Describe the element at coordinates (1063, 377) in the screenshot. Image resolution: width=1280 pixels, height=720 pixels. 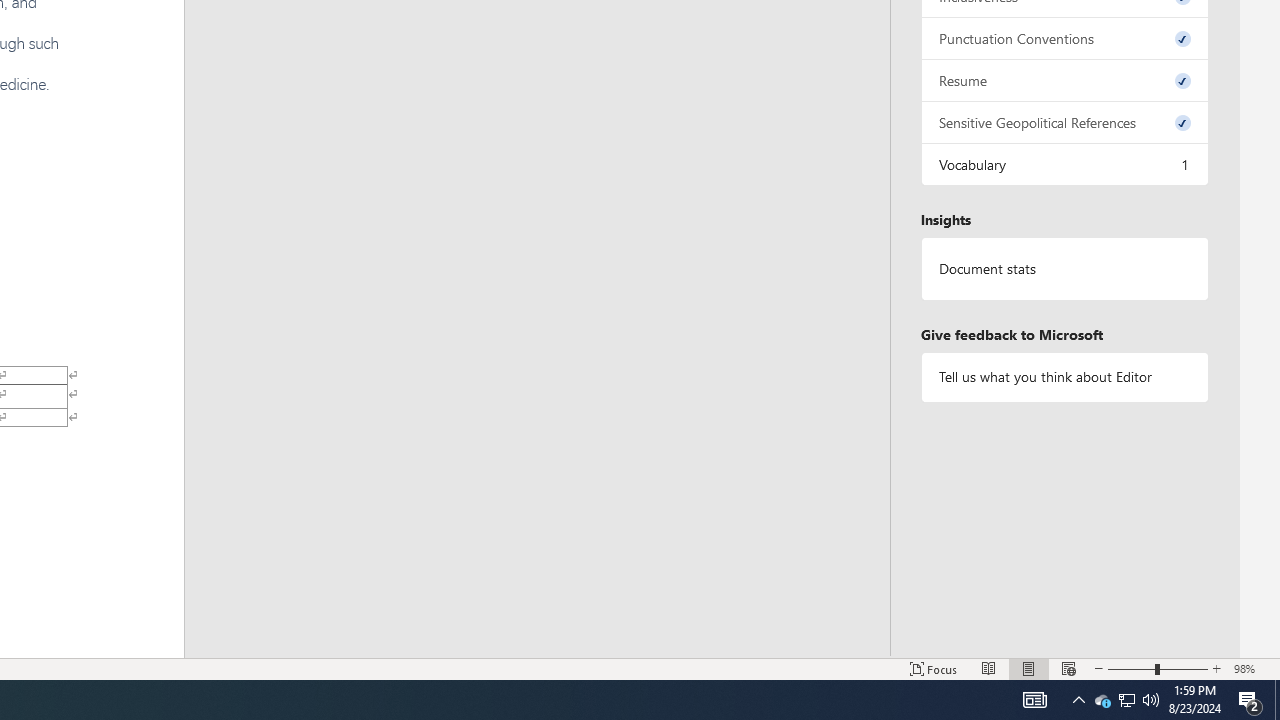
I see `'Tell us what you think about Editor'` at that location.